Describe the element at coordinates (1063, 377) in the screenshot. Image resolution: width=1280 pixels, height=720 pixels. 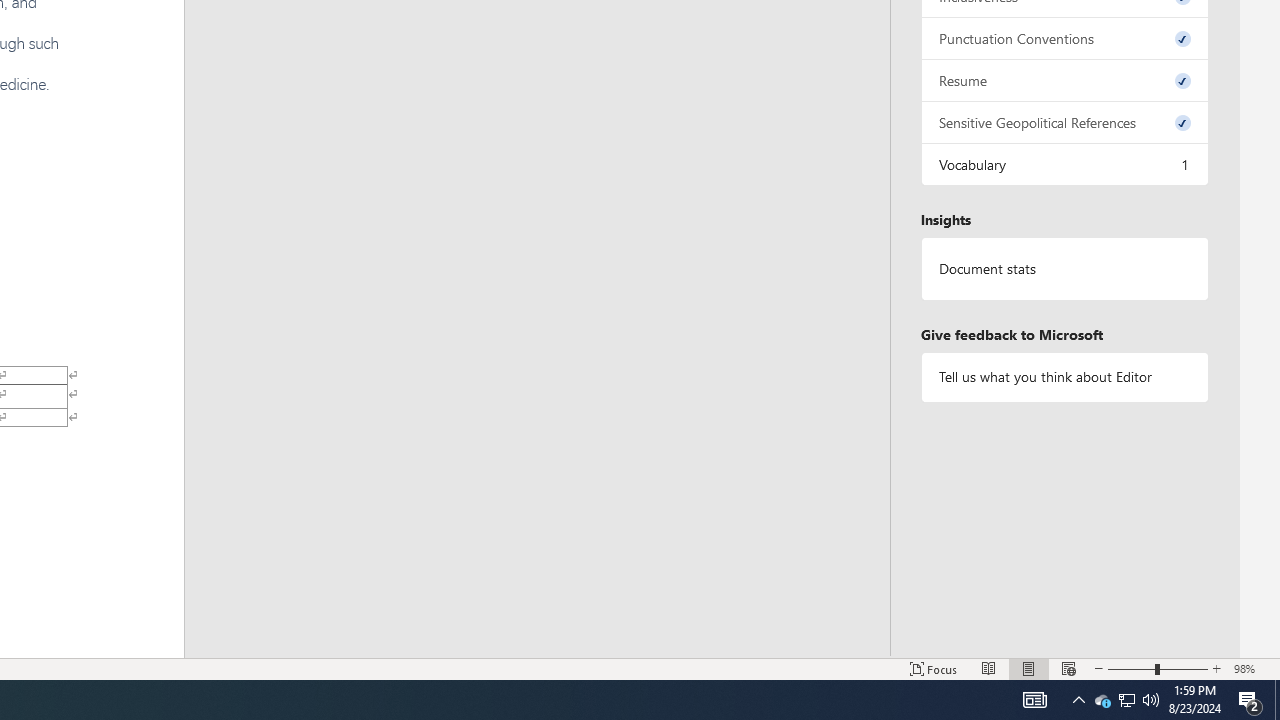
I see `'Tell us what you think about Editor'` at that location.